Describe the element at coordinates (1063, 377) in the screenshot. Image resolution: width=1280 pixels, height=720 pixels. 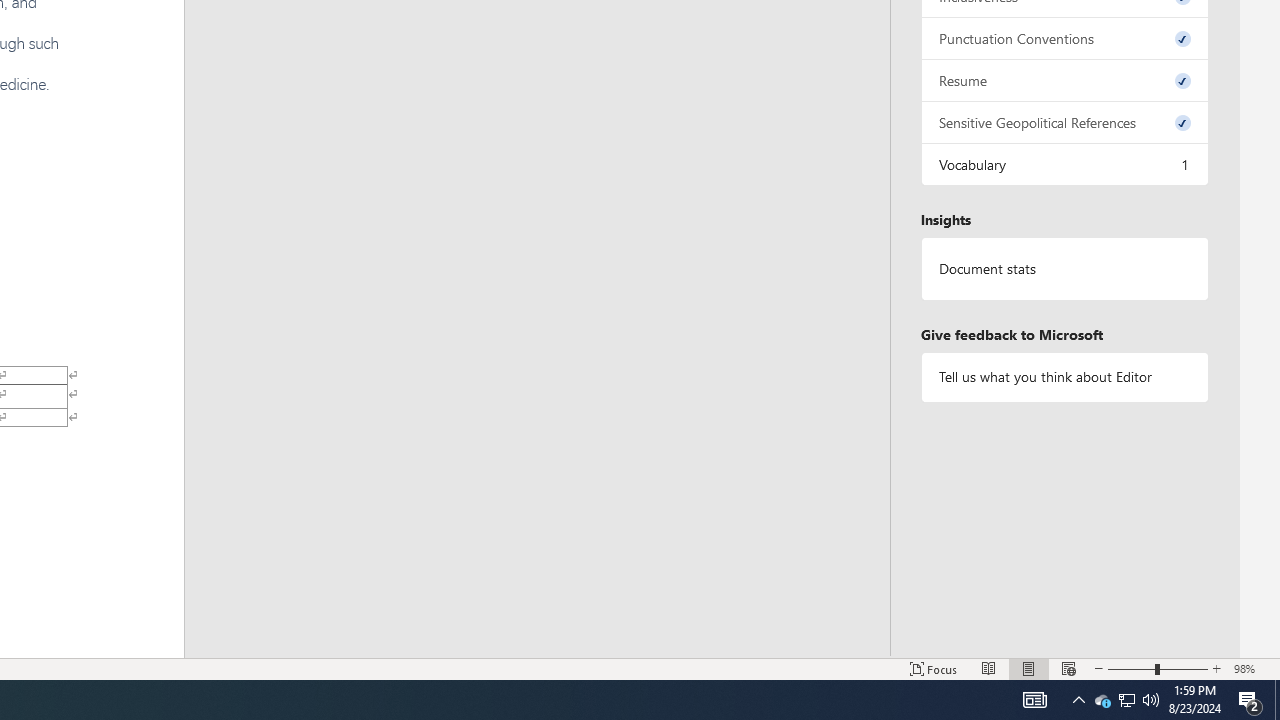
I see `'Tell us what you think about Editor'` at that location.